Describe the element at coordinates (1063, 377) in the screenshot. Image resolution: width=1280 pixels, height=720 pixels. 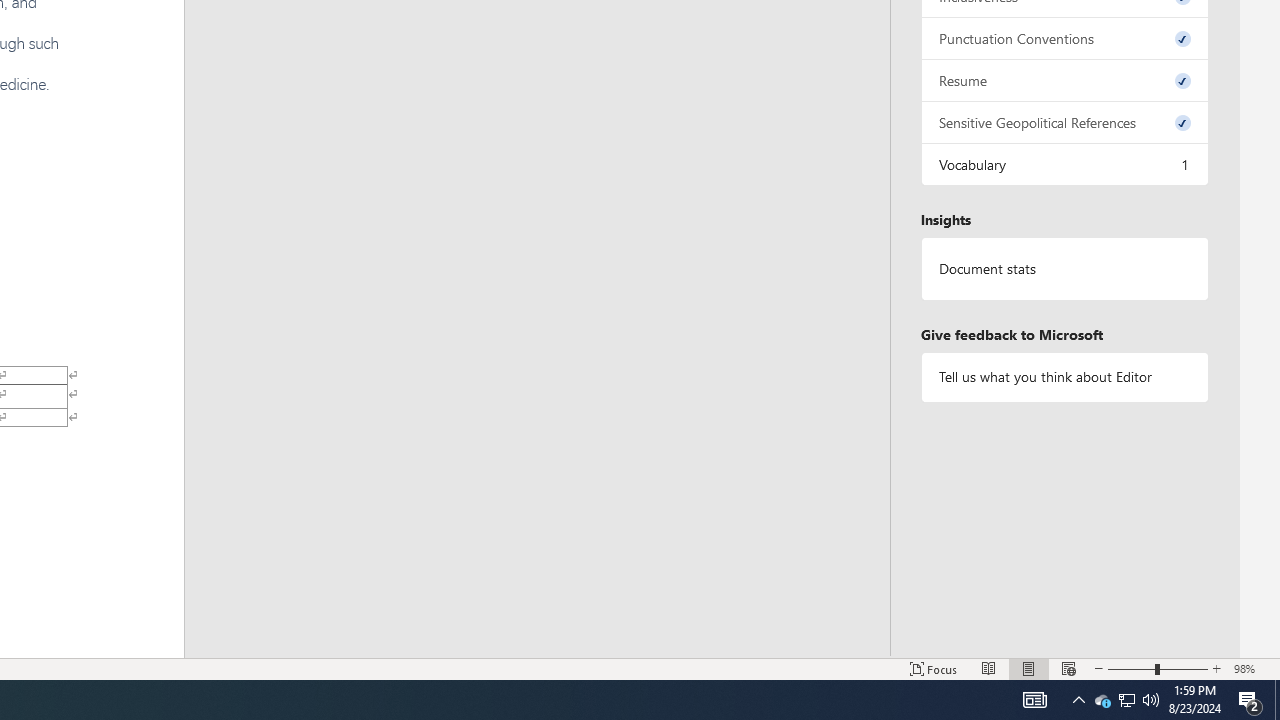
I see `'Tell us what you think about Editor'` at that location.